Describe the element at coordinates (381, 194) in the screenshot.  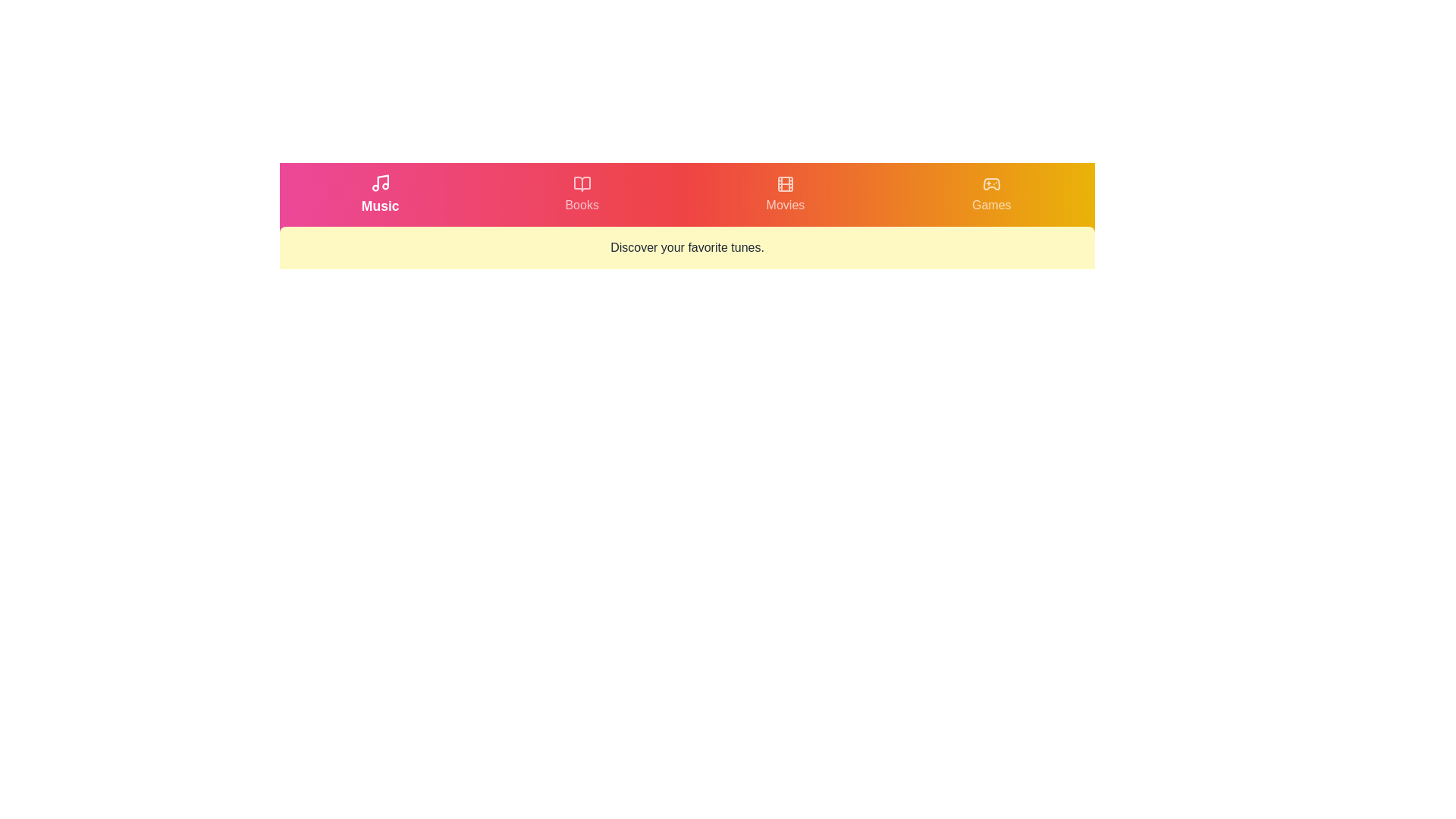
I see `the tab labeled Music by clicking on its respective button` at that location.